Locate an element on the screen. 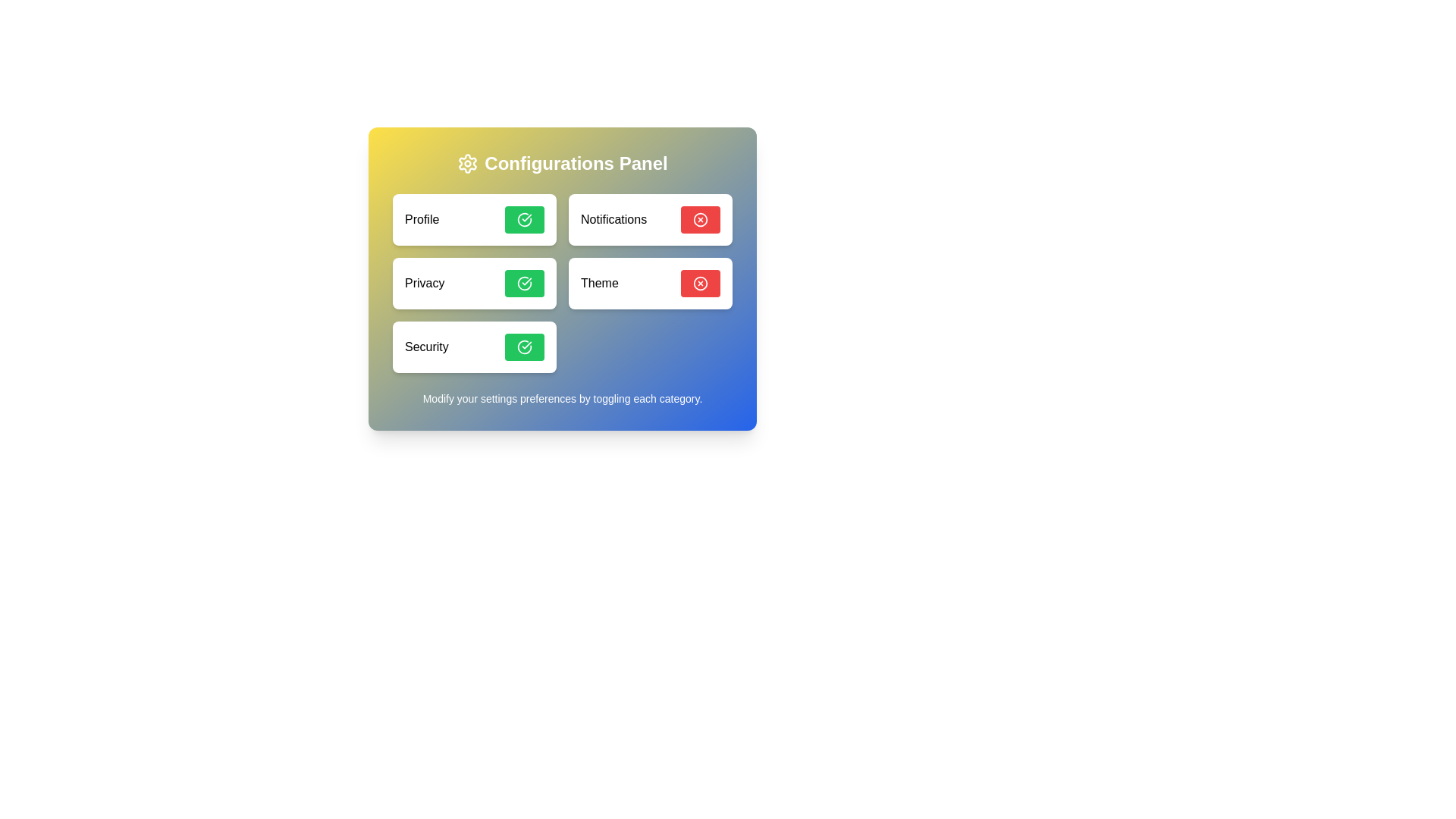 The image size is (1456, 819). the third icon from the top in the left column of the configurations box, which indicates the activation status of the 'Privacy' setting is located at coordinates (524, 284).